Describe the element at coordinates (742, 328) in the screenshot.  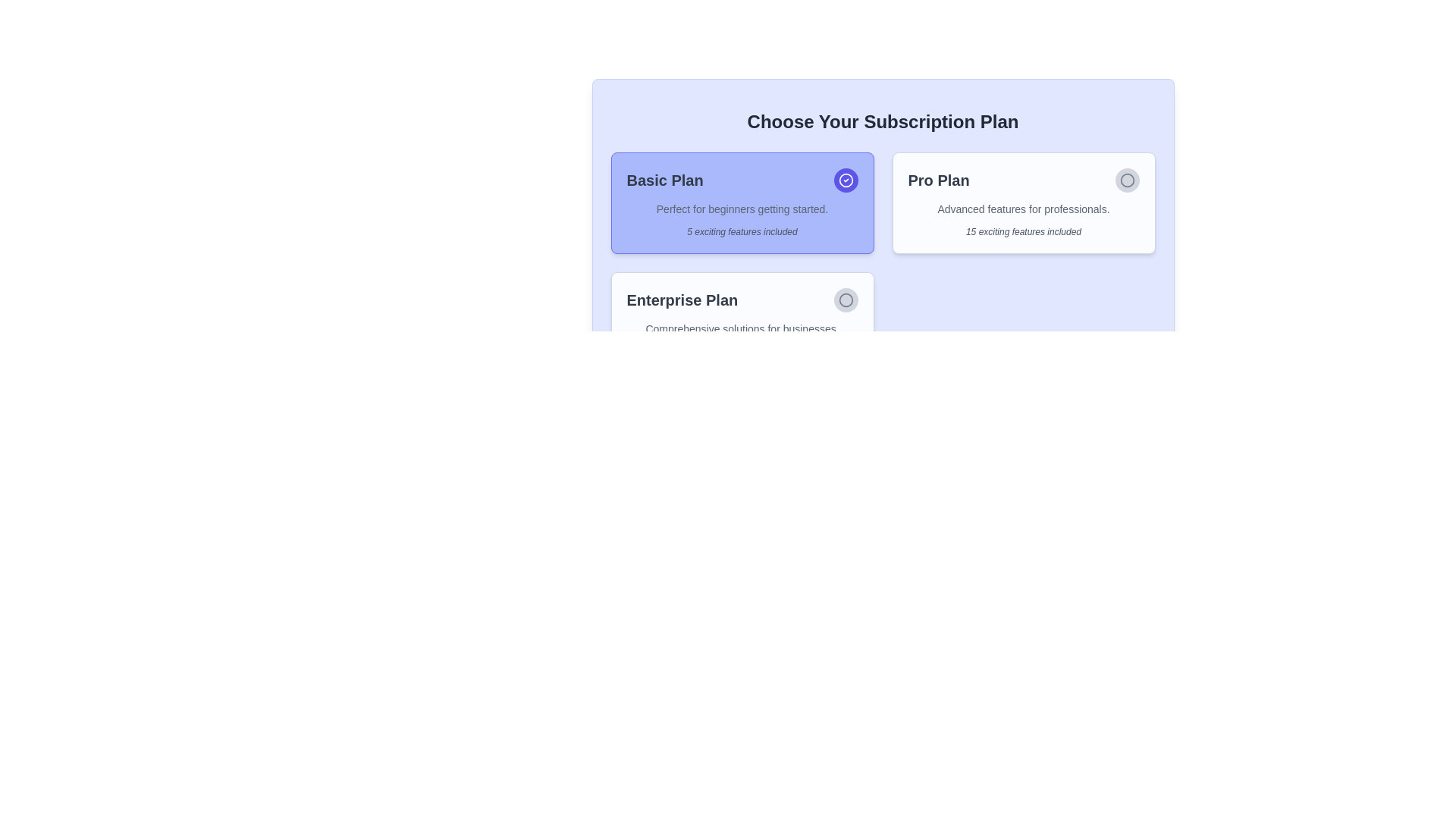
I see `the descriptive text label for the 'Enterprise Plan', which is located within its card, positioned below the heading and above the italicized text` at that location.